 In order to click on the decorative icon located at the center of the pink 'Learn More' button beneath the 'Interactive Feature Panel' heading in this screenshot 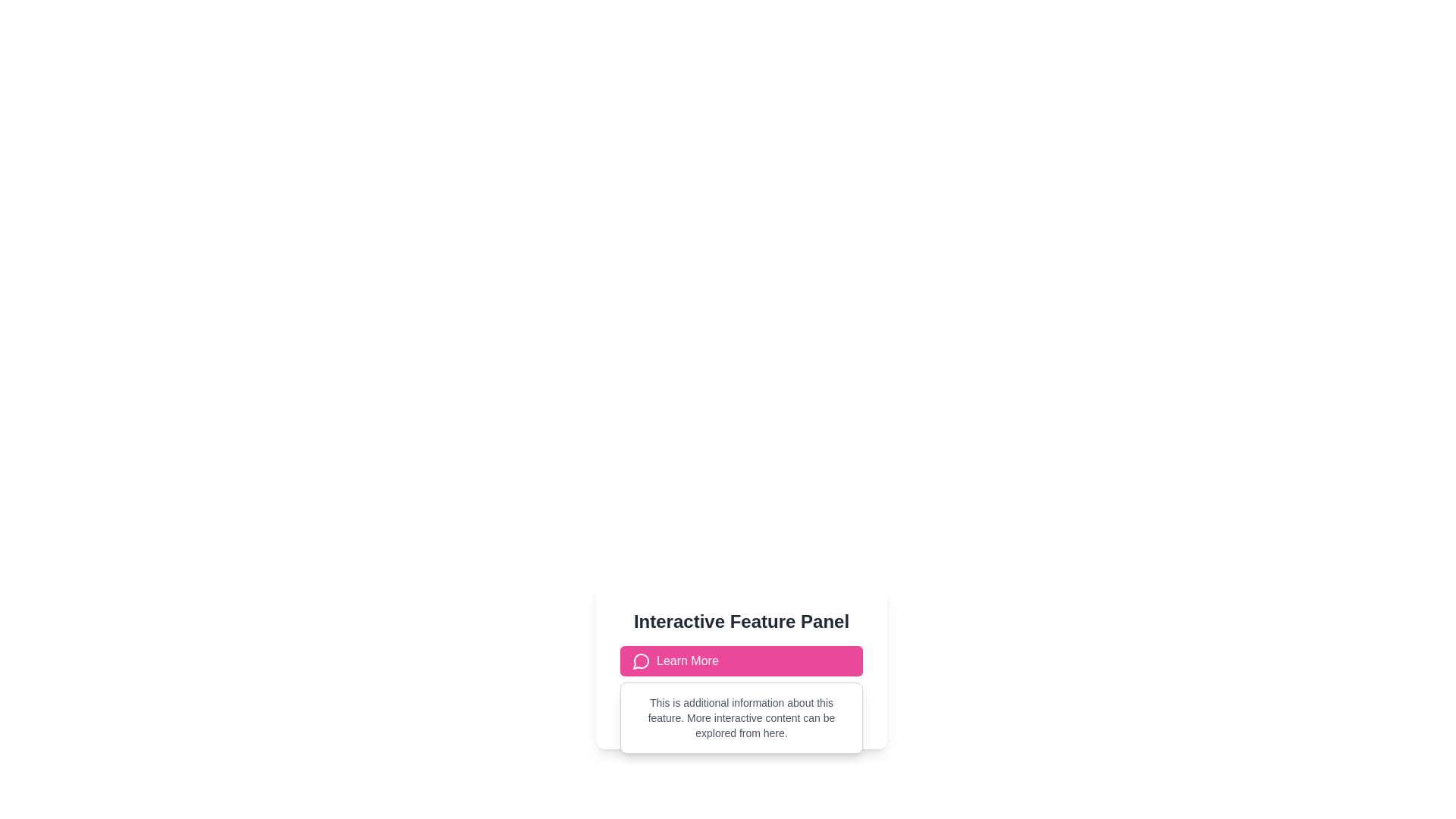, I will do `click(641, 661)`.